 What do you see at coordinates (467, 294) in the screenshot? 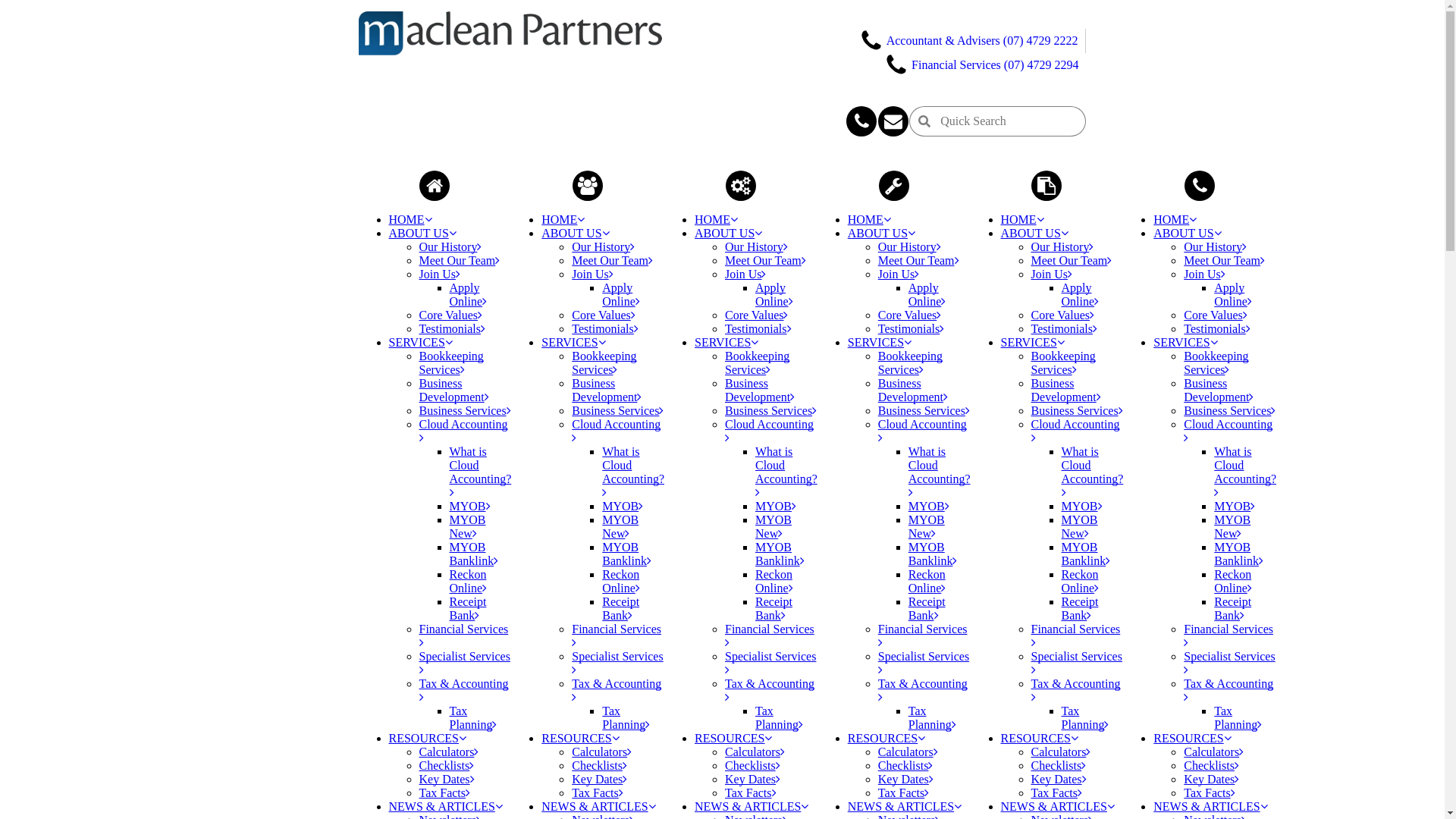
I see `'Apply Online'` at bounding box center [467, 294].